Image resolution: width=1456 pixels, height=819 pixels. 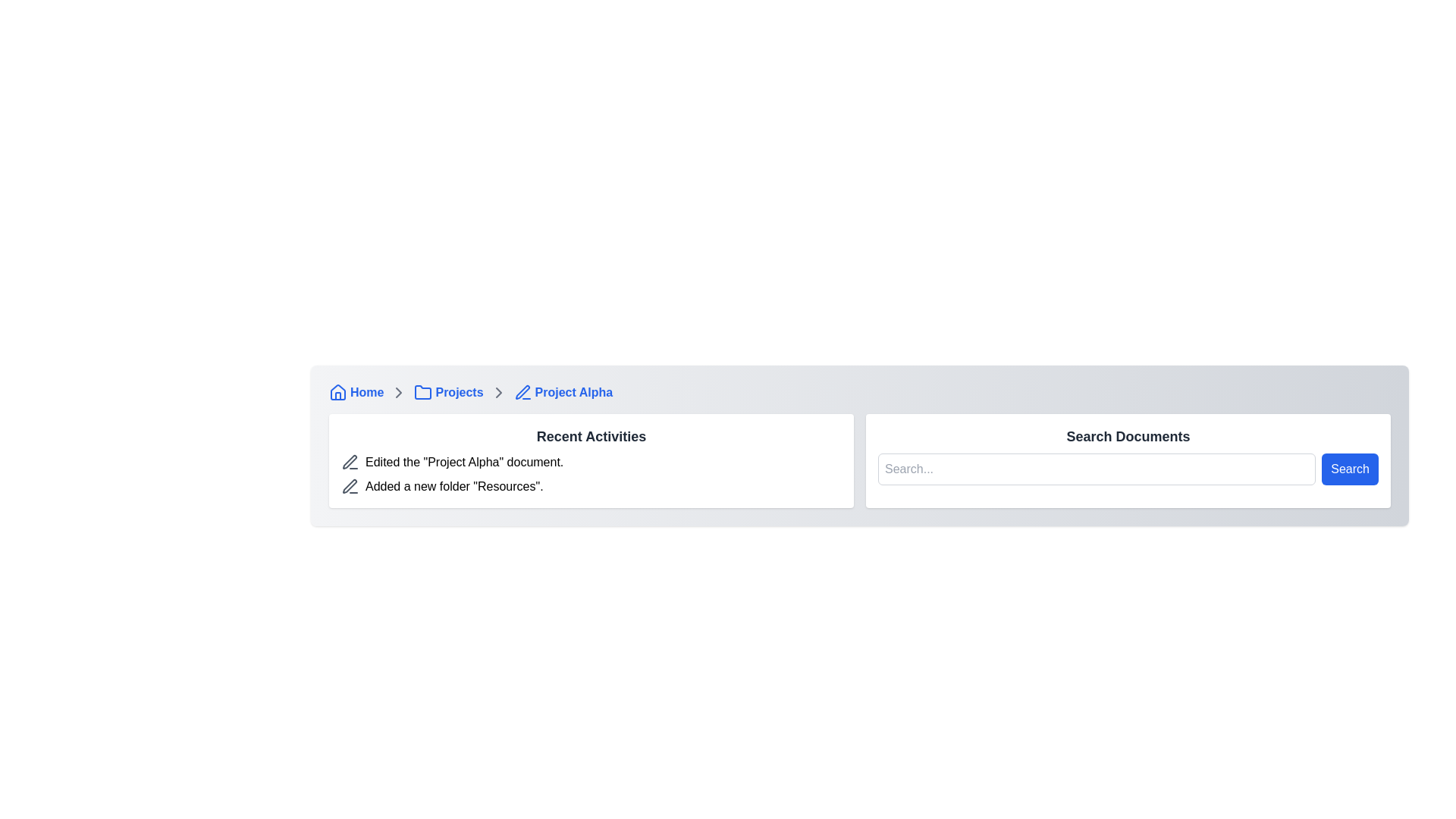 I want to click on the List of activity entries containing the descriptions 'Edited the 'Project Alpha' document.' and 'Added a new folder 'Resources'.', so click(x=590, y=473).